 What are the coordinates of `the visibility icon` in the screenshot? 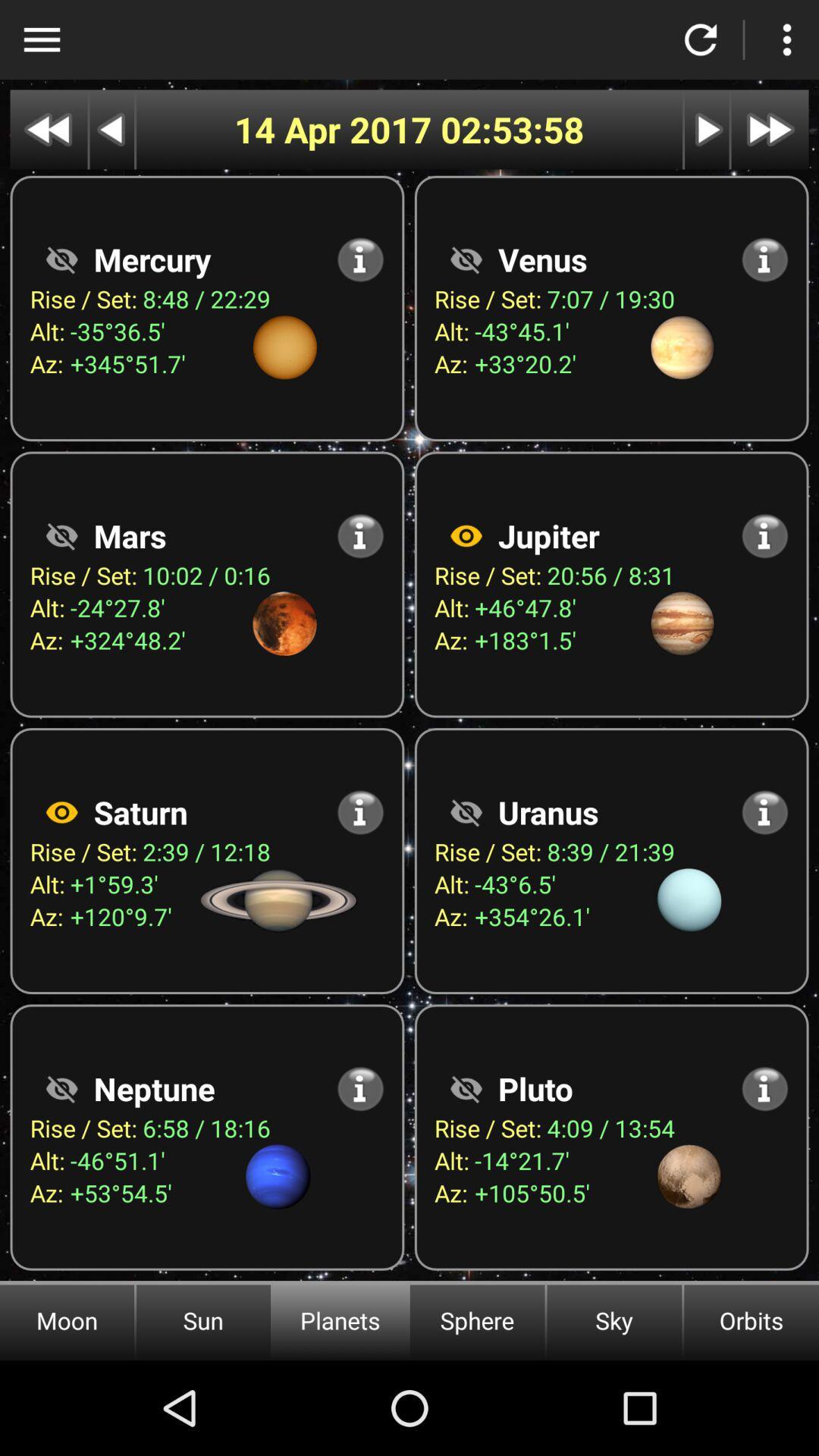 It's located at (465, 1087).